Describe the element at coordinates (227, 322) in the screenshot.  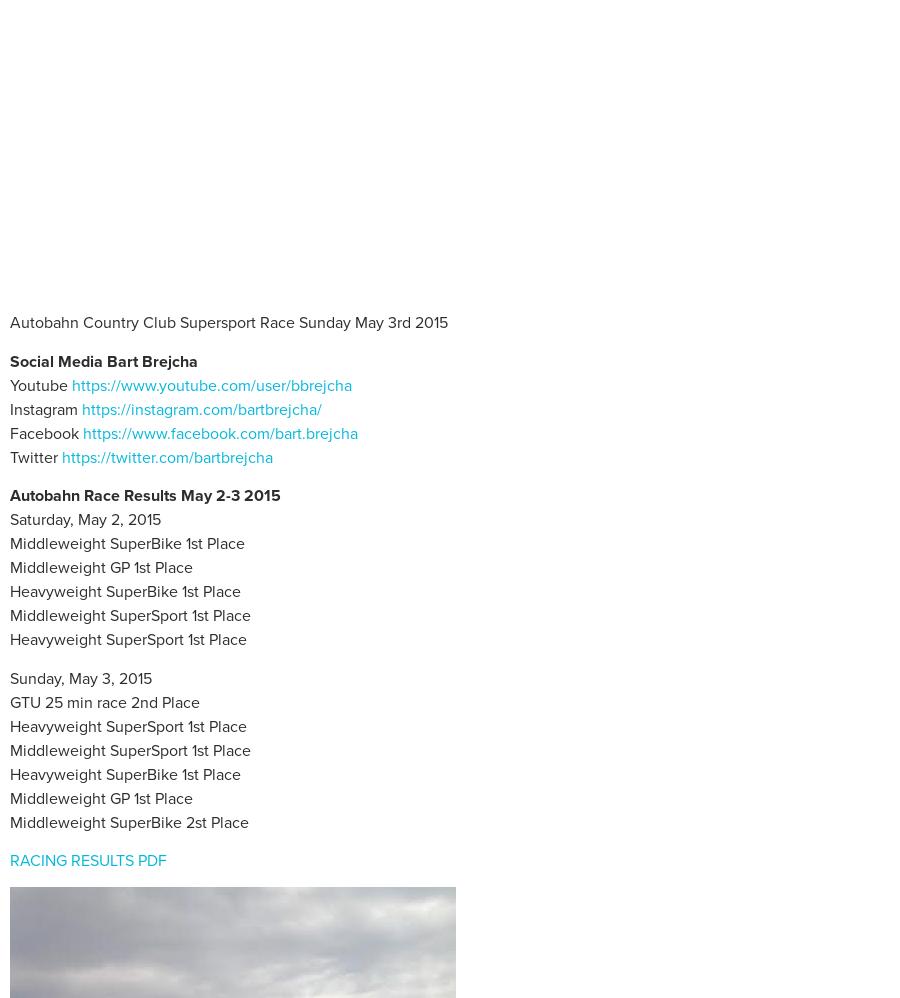
I see `'Autobahn Country Club Supersport Race Sunday May 3rd 2015'` at that location.